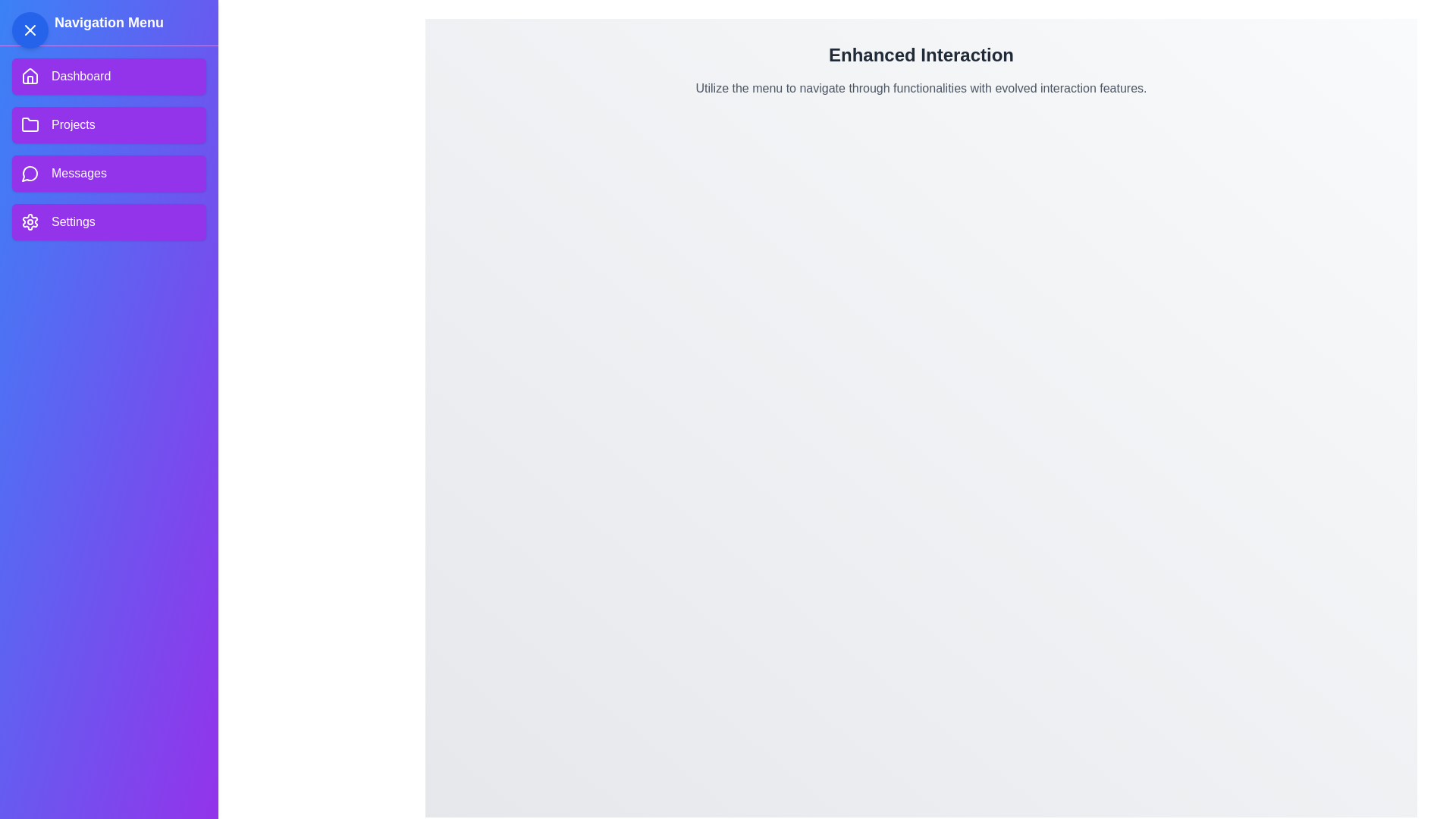  What do you see at coordinates (108, 222) in the screenshot?
I see `the Settings menu item in the navigation drawer` at bounding box center [108, 222].